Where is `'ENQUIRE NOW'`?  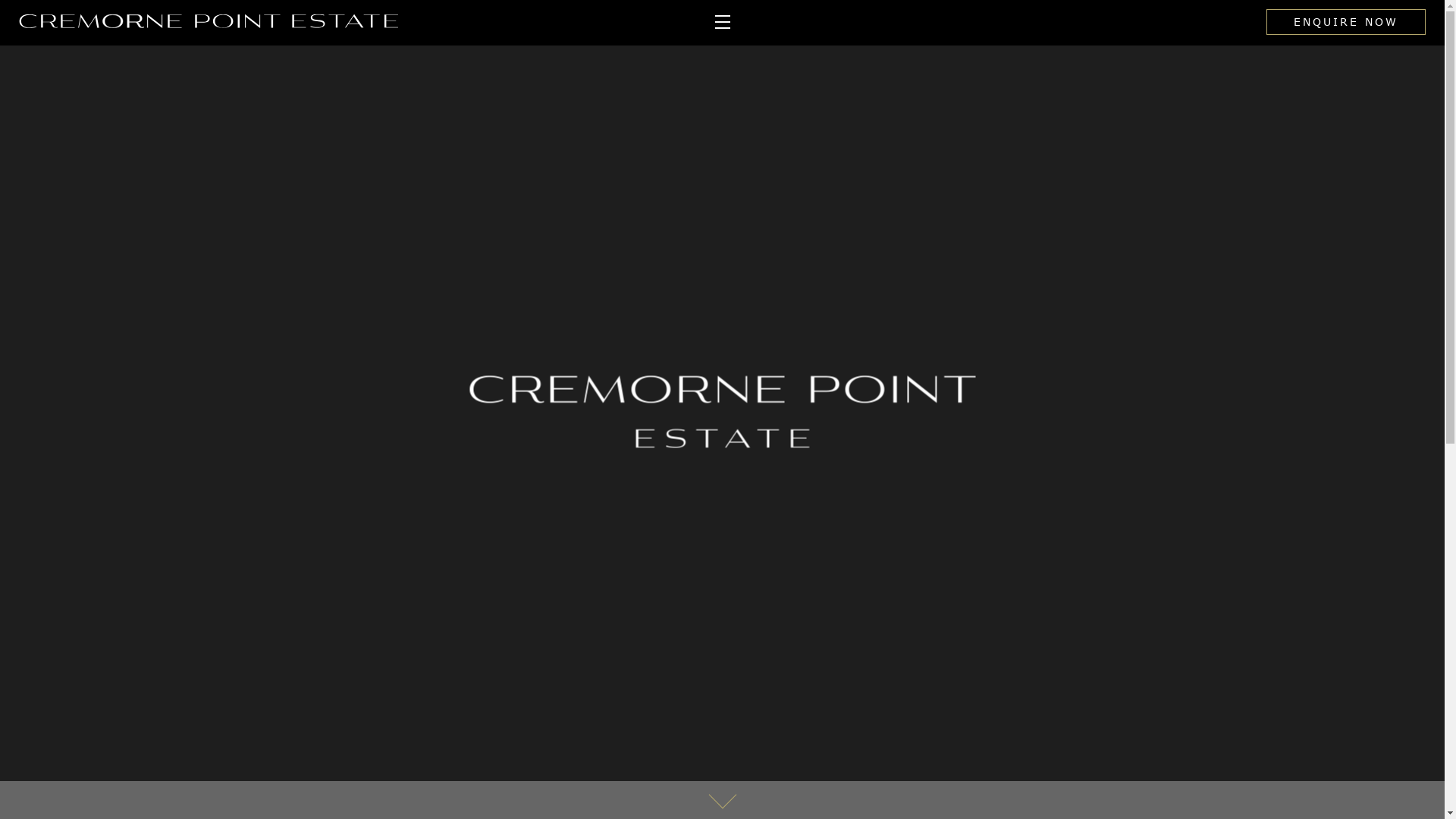
'ENQUIRE NOW' is located at coordinates (1346, 22).